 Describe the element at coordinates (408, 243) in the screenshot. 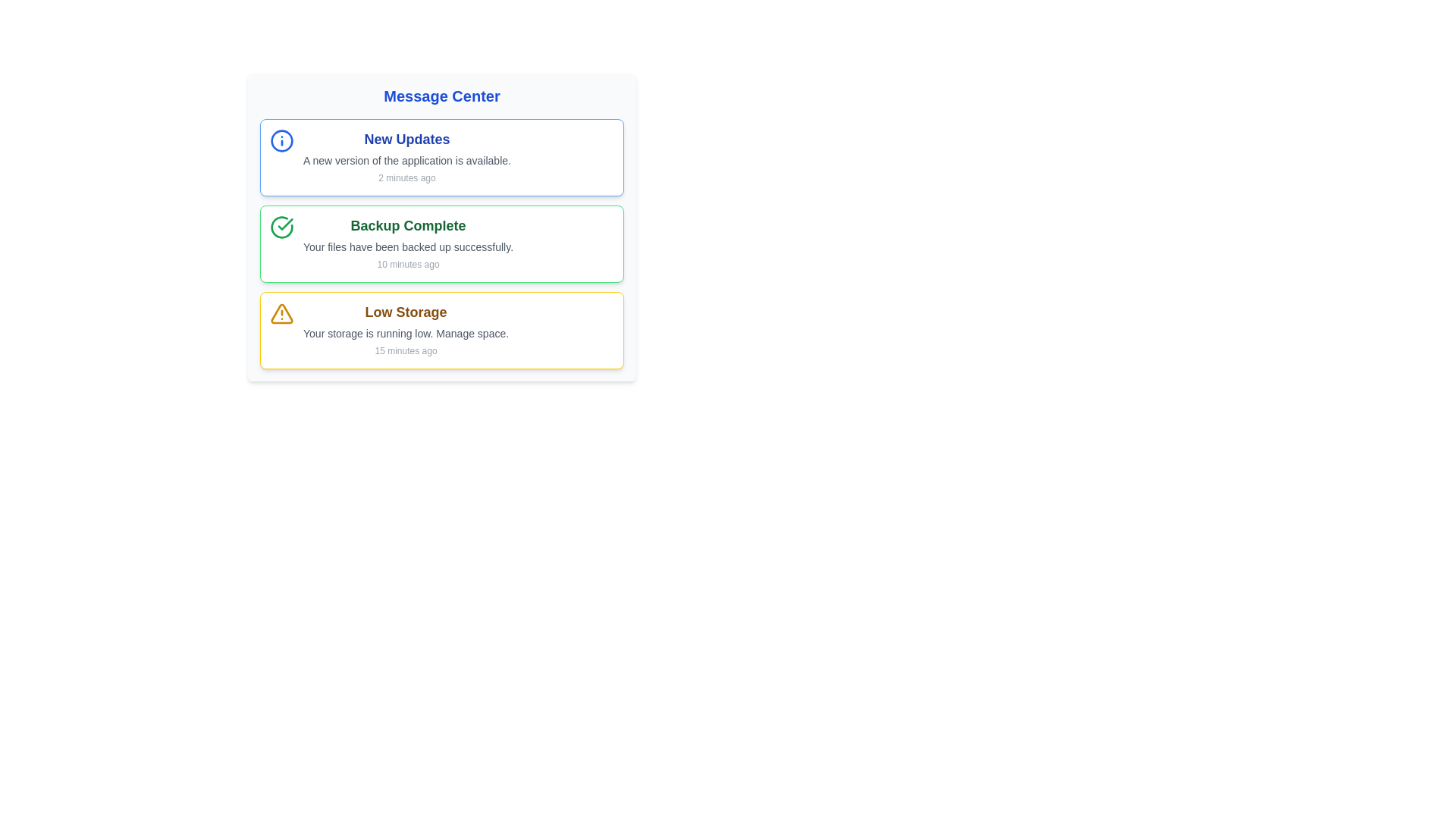

I see `the informational label with the header 'Backup Complete', which is the second notification in the 'Message Center'` at that location.